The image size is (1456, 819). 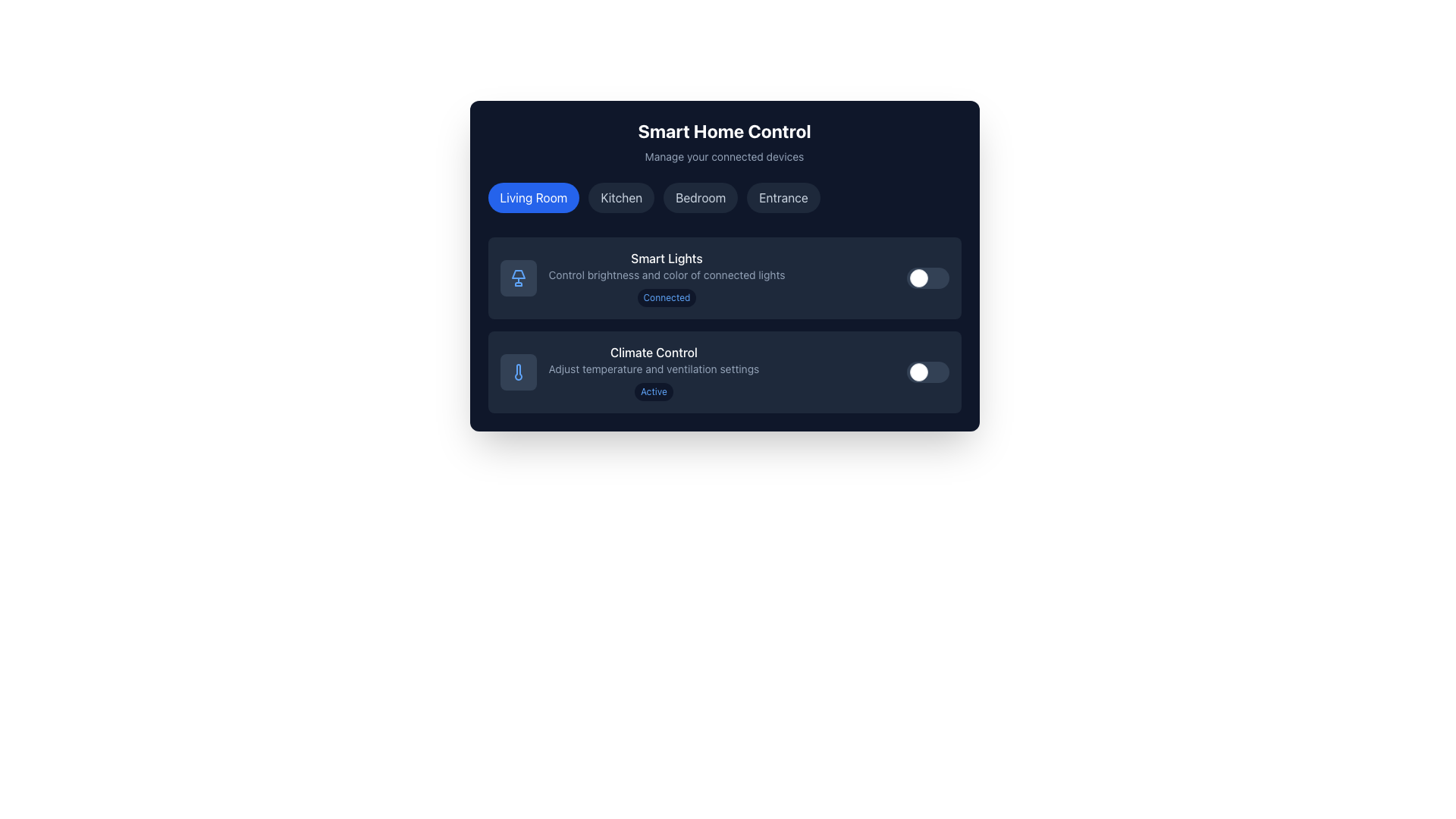 What do you see at coordinates (700, 197) in the screenshot?
I see `the 'Bedroom' button in the Smart Home Control interface` at bounding box center [700, 197].